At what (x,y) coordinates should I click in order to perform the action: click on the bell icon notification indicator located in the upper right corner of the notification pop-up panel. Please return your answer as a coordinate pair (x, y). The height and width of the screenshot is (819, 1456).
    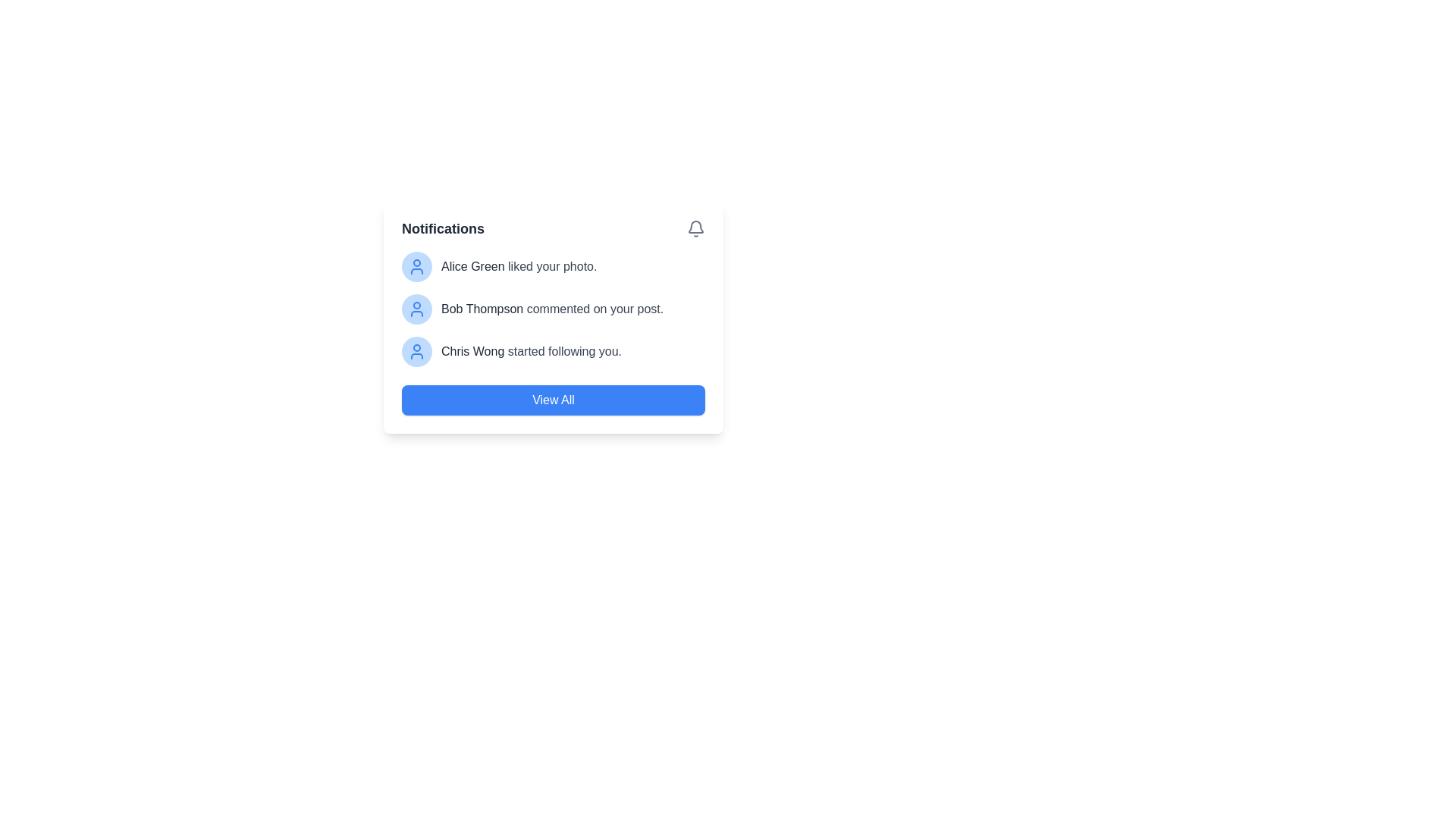
    Looking at the image, I should click on (695, 228).